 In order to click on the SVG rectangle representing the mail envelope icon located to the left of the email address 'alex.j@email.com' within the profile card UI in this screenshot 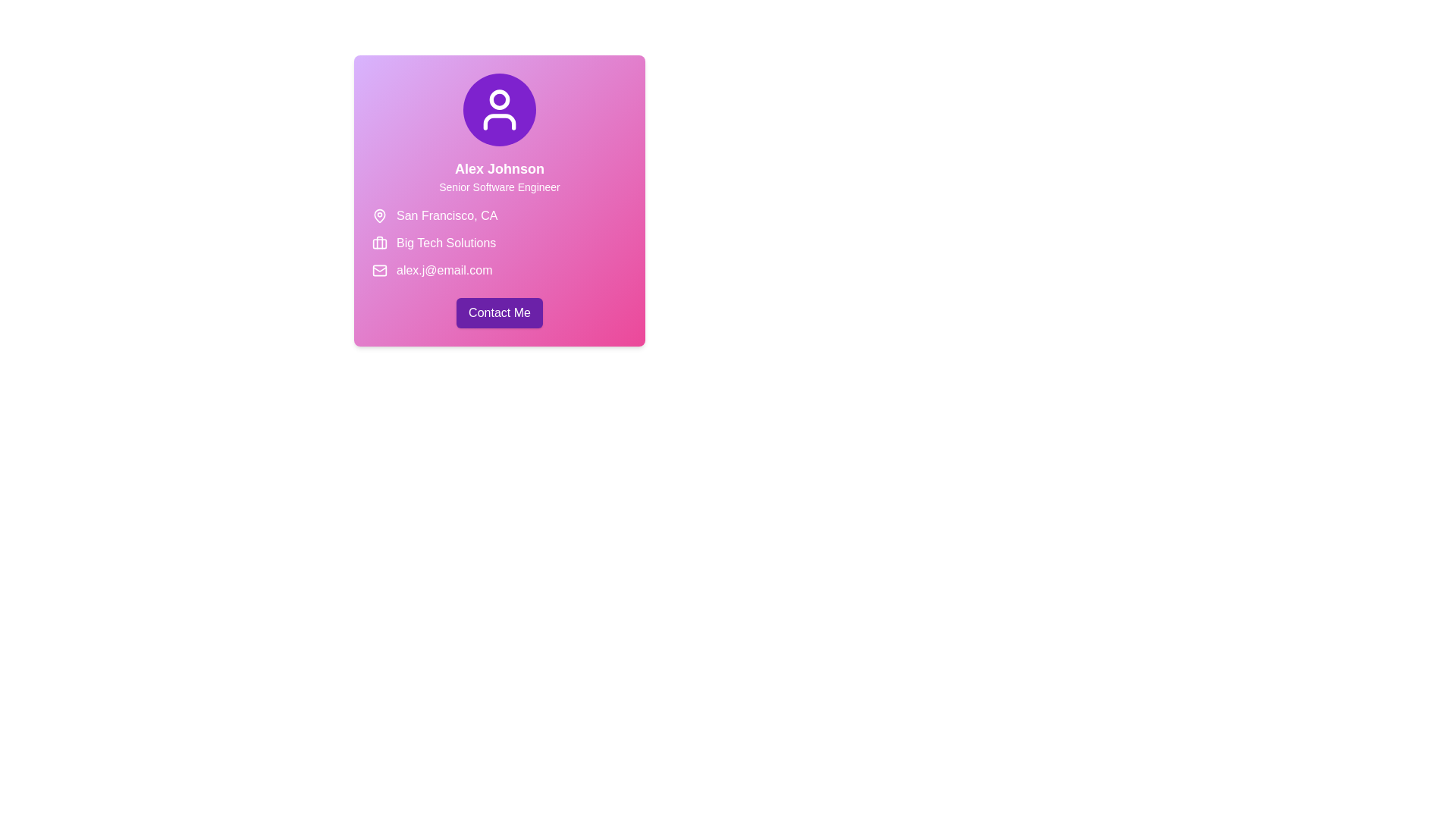, I will do `click(379, 270)`.